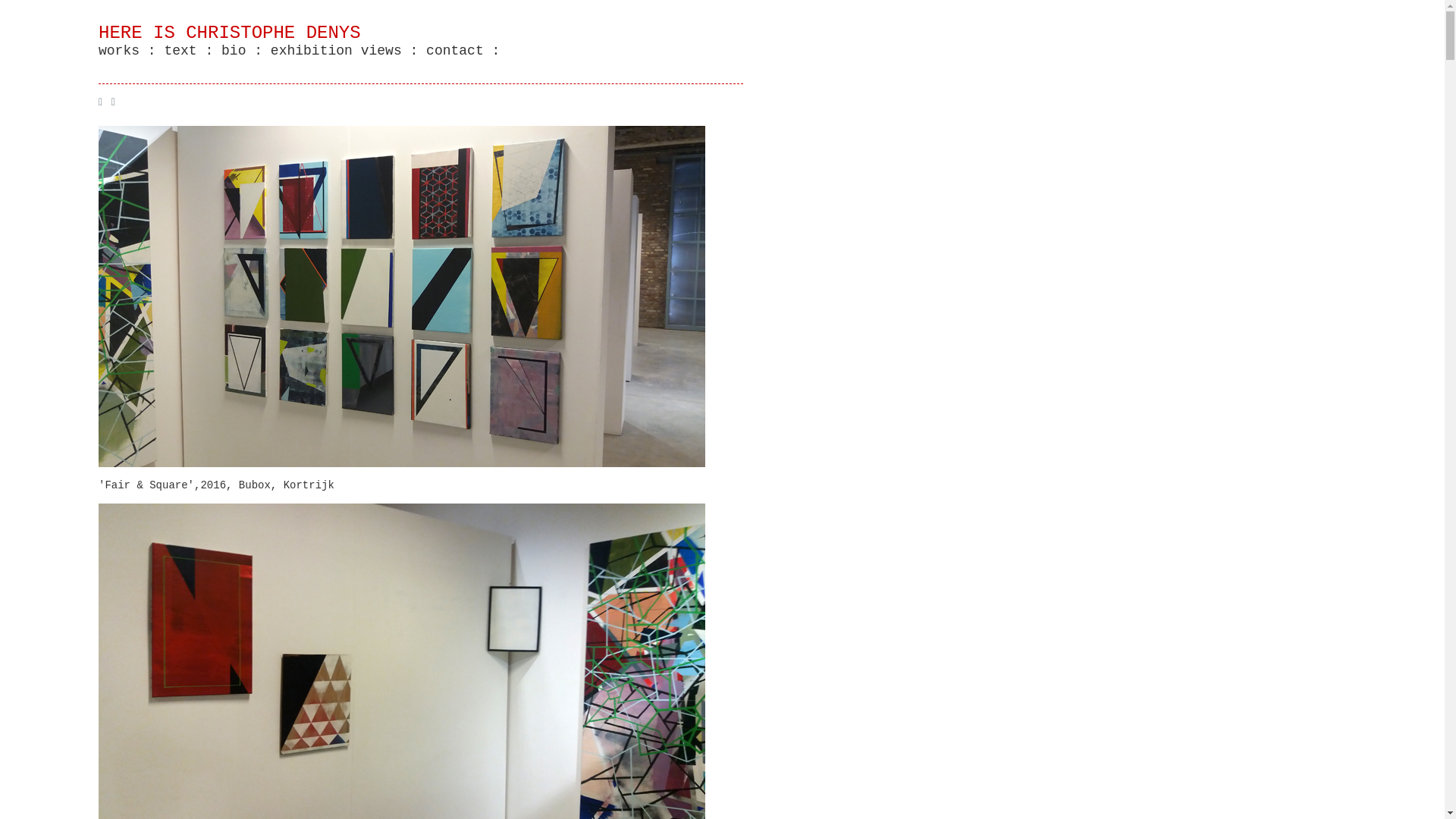 This screenshot has width=1456, height=819. Describe the element at coordinates (97, 49) in the screenshot. I see `'works :'` at that location.